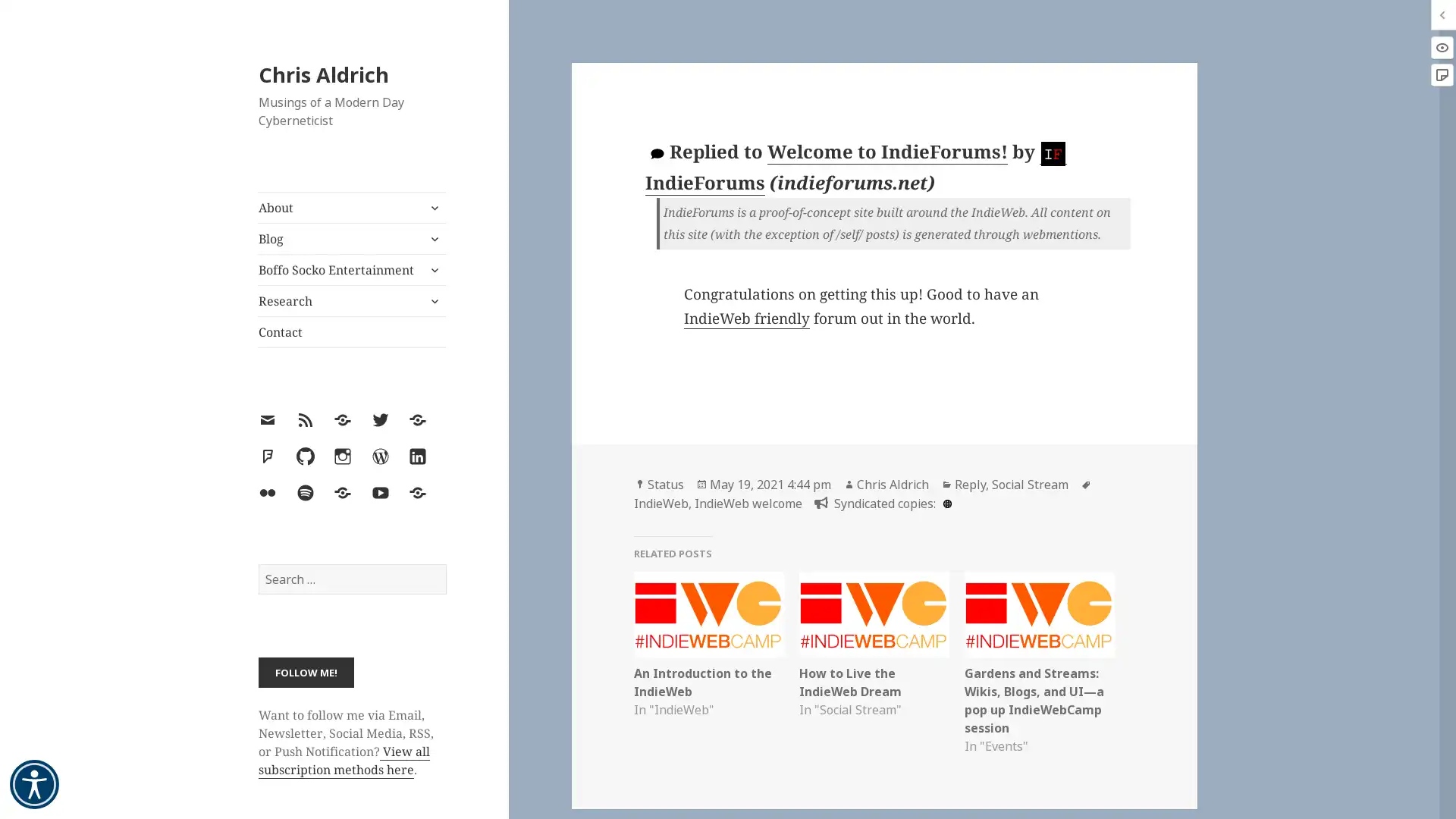 This screenshot has height=819, width=1456. Describe the element at coordinates (1441, 75) in the screenshot. I see `New page note` at that location.